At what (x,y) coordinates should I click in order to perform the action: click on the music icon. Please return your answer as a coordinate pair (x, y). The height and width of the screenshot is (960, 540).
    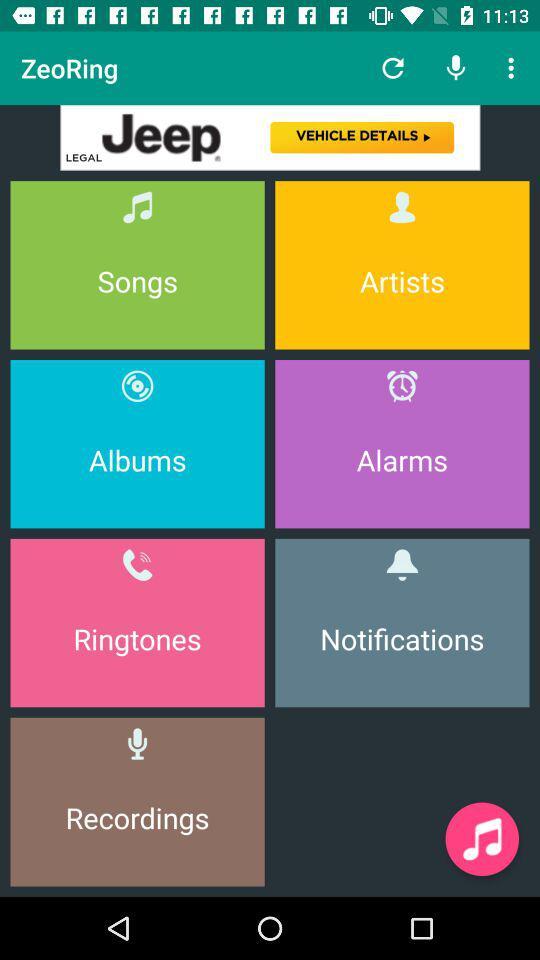
    Looking at the image, I should click on (481, 839).